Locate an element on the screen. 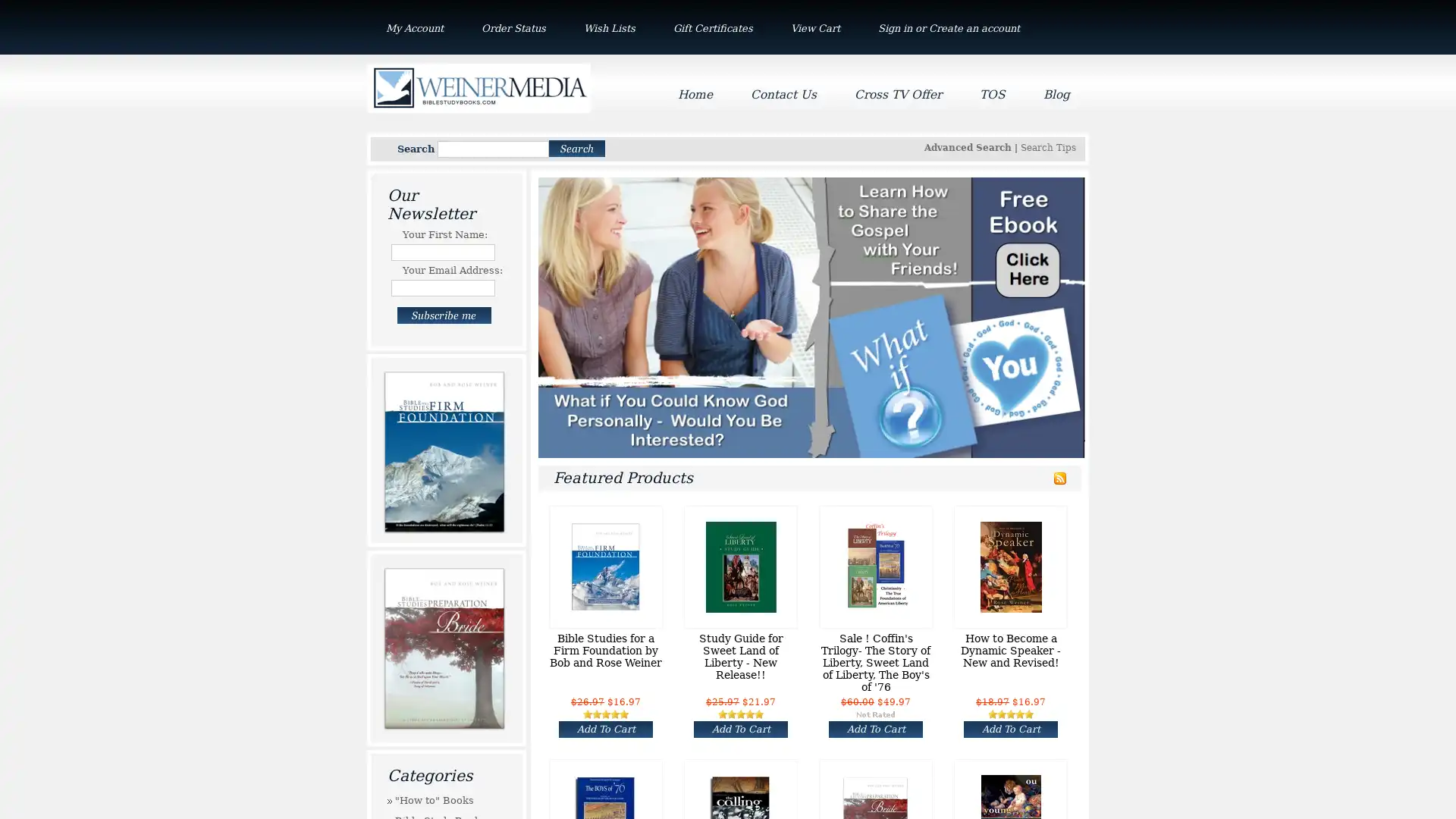  Submit is located at coordinates (576, 148).